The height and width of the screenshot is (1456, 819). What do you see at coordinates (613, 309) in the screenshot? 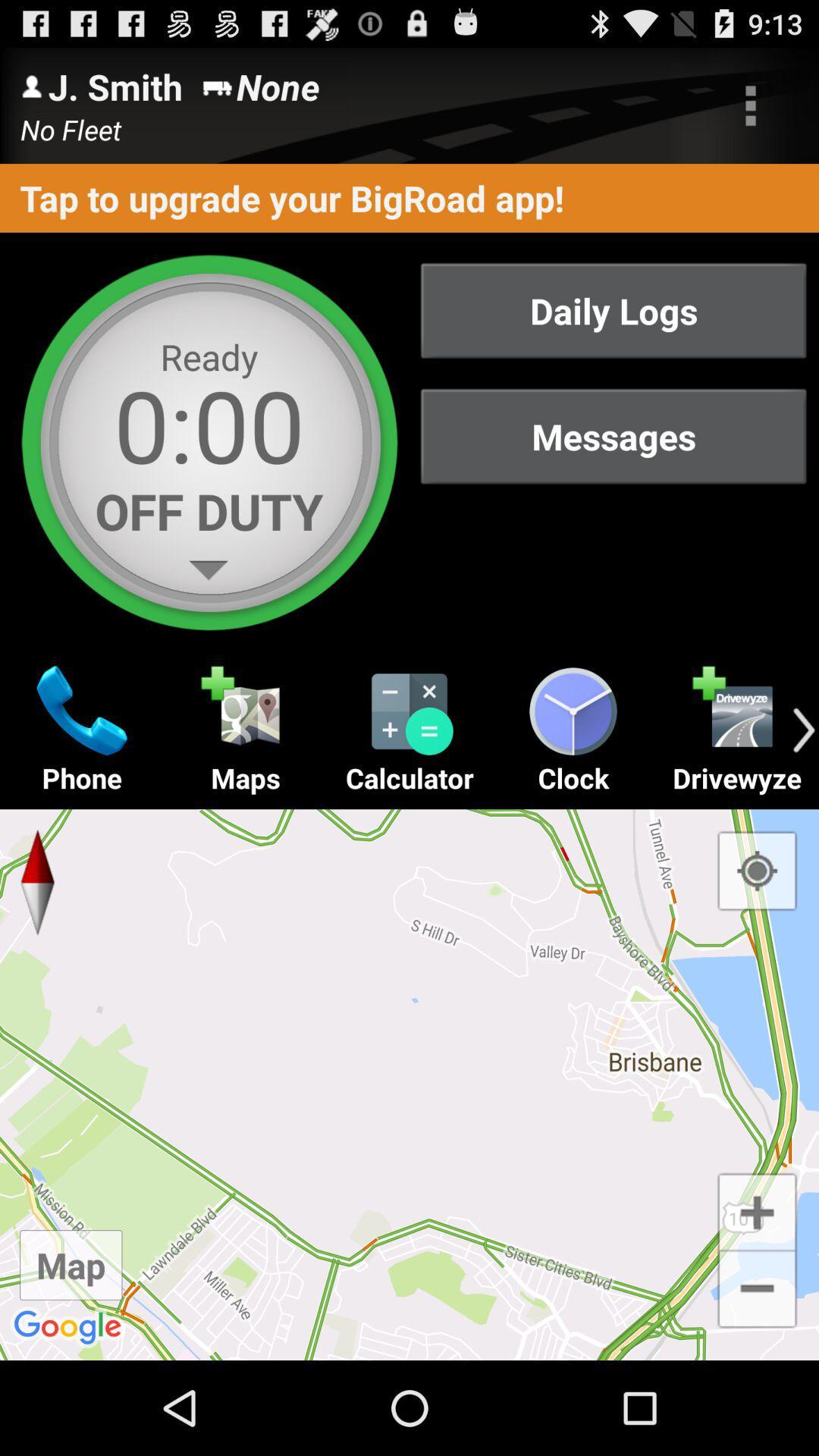
I see `the daily logs button` at bounding box center [613, 309].